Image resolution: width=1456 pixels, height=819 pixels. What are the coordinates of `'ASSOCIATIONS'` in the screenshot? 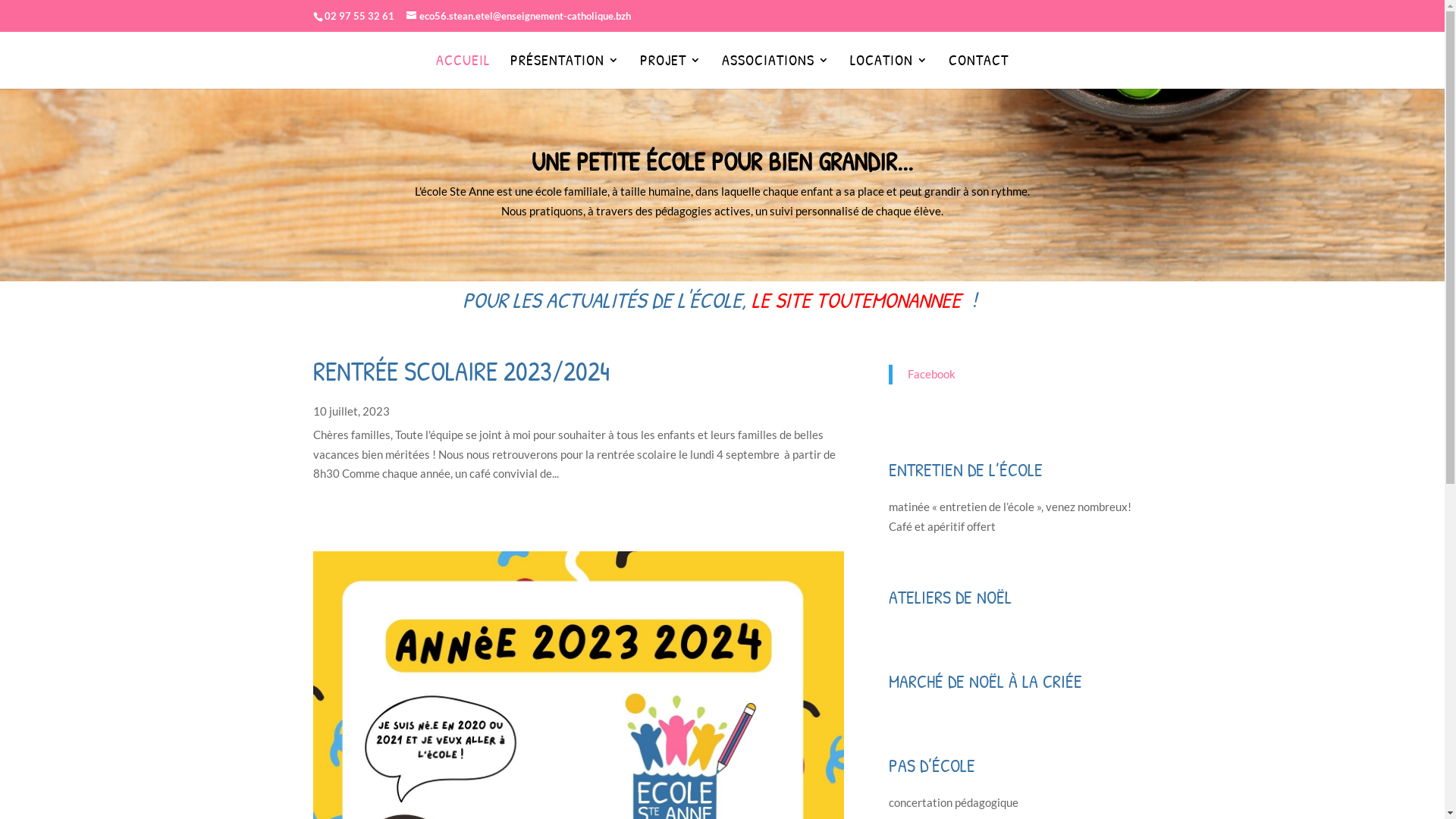 It's located at (720, 67).